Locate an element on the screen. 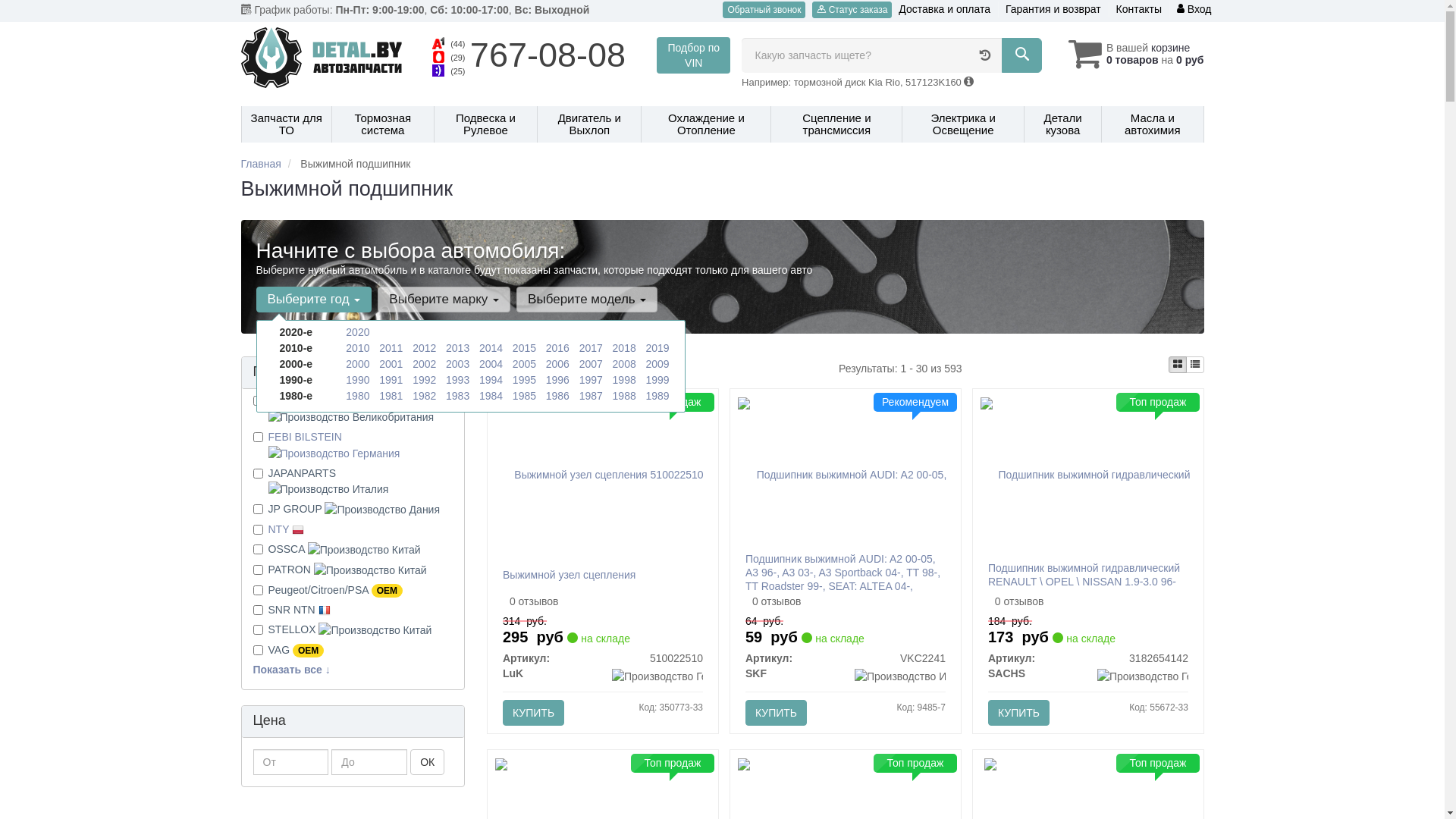 The image size is (1456, 819). '1981' is located at coordinates (391, 394).